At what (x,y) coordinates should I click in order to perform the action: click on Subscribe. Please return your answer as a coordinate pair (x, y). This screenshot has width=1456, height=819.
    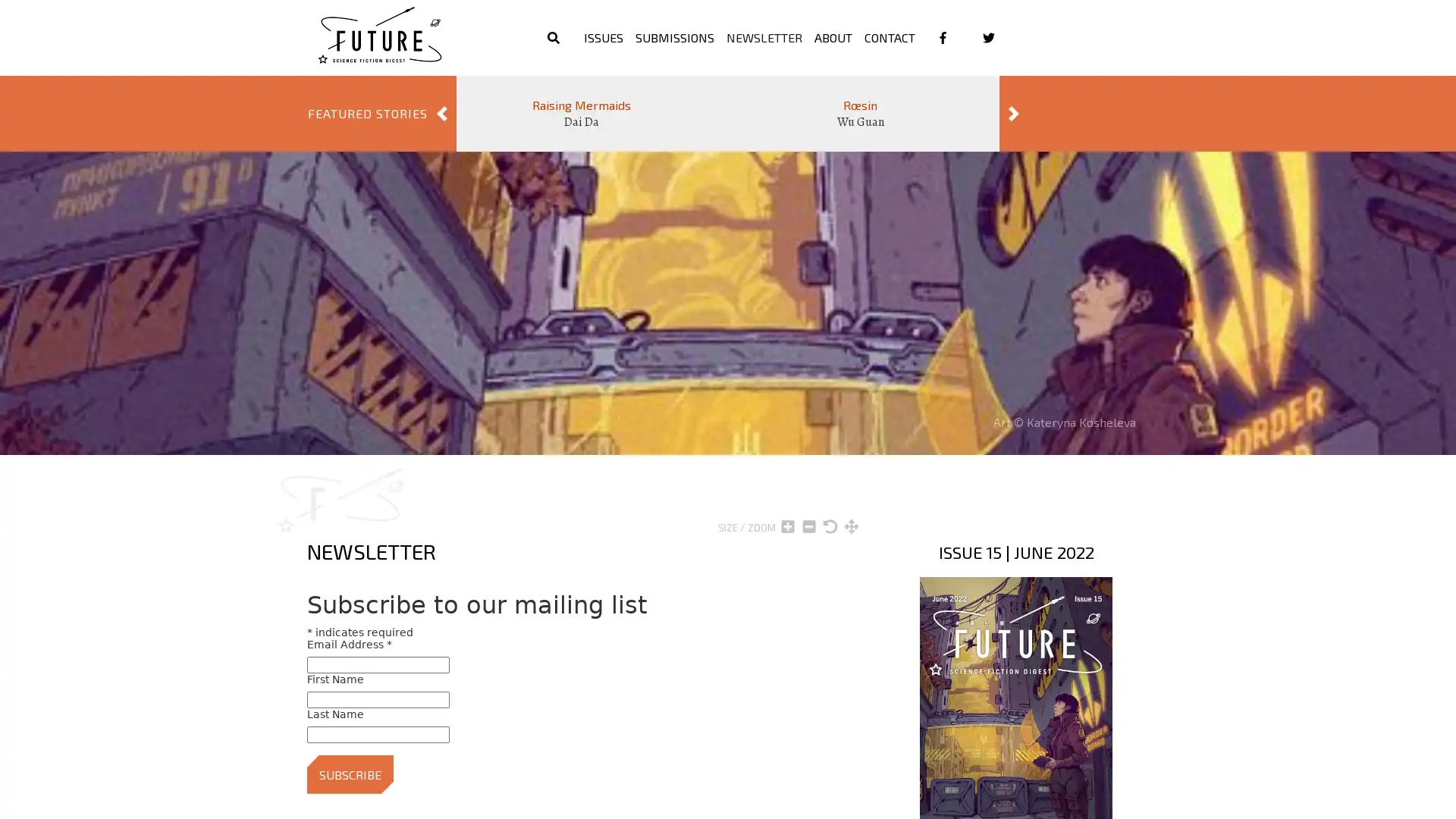
    Looking at the image, I should click on (349, 773).